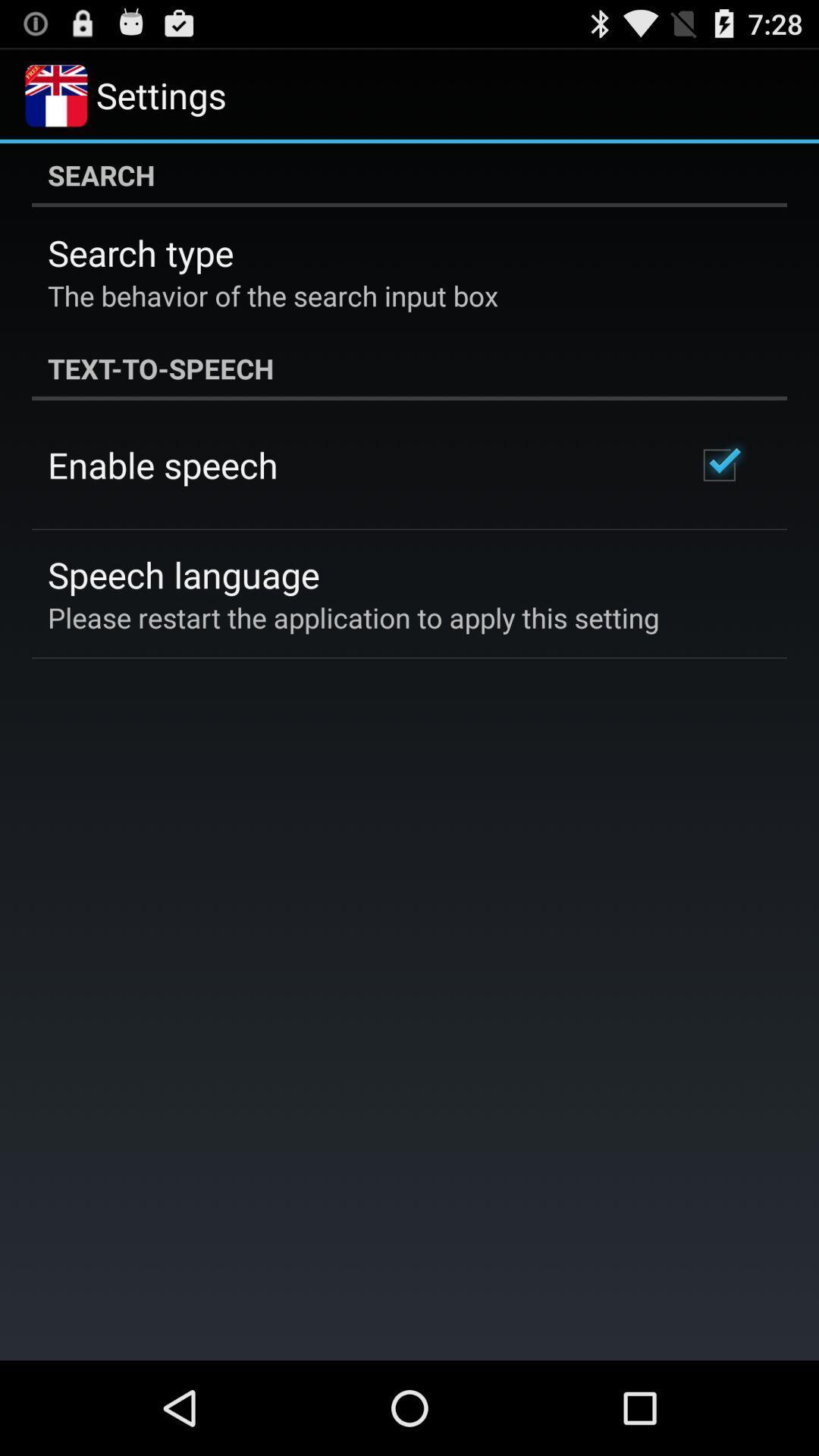  What do you see at coordinates (409, 368) in the screenshot?
I see `the text-to-speech` at bounding box center [409, 368].